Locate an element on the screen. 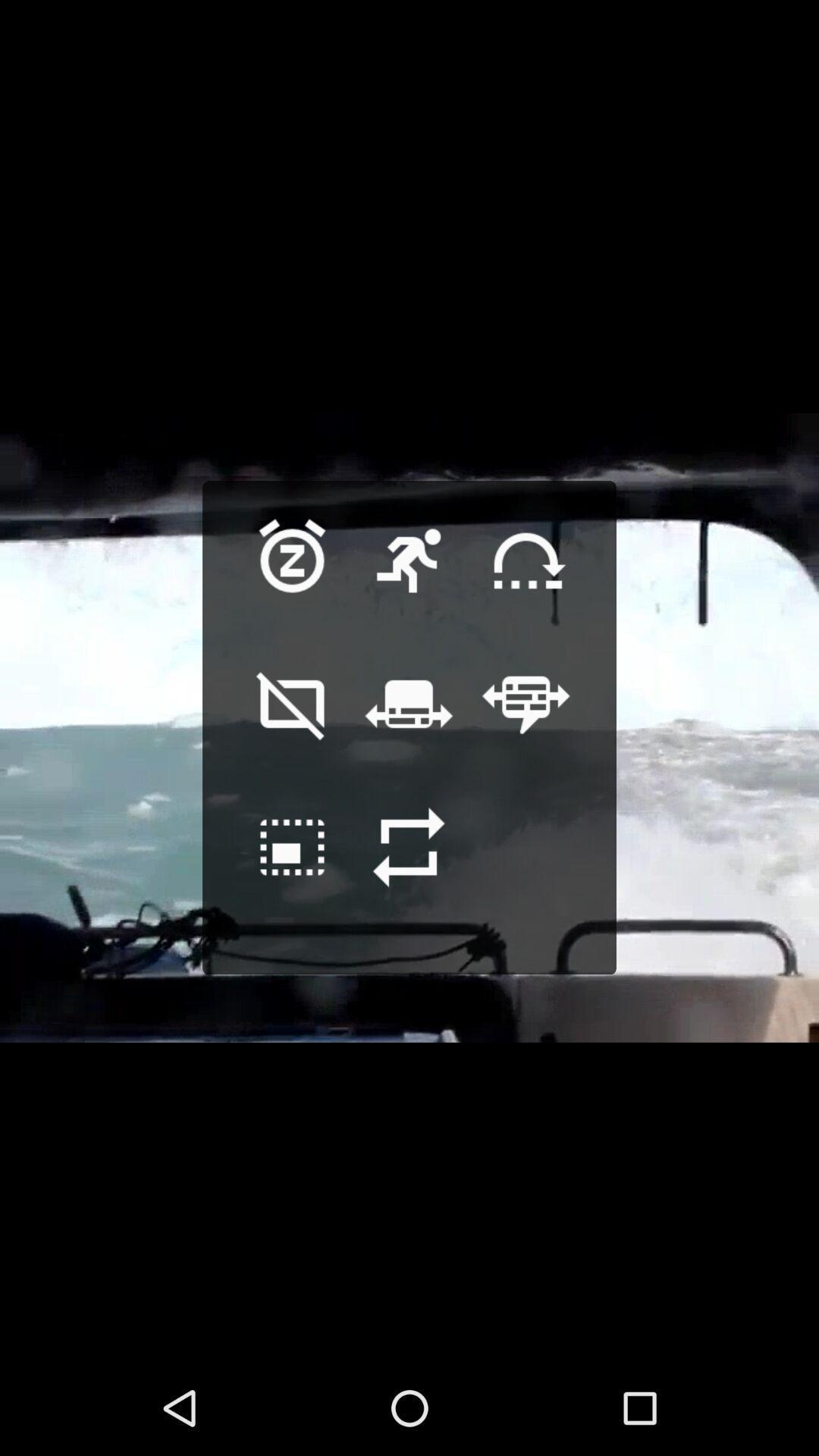 The height and width of the screenshot is (1456, 819). return is located at coordinates (408, 871).